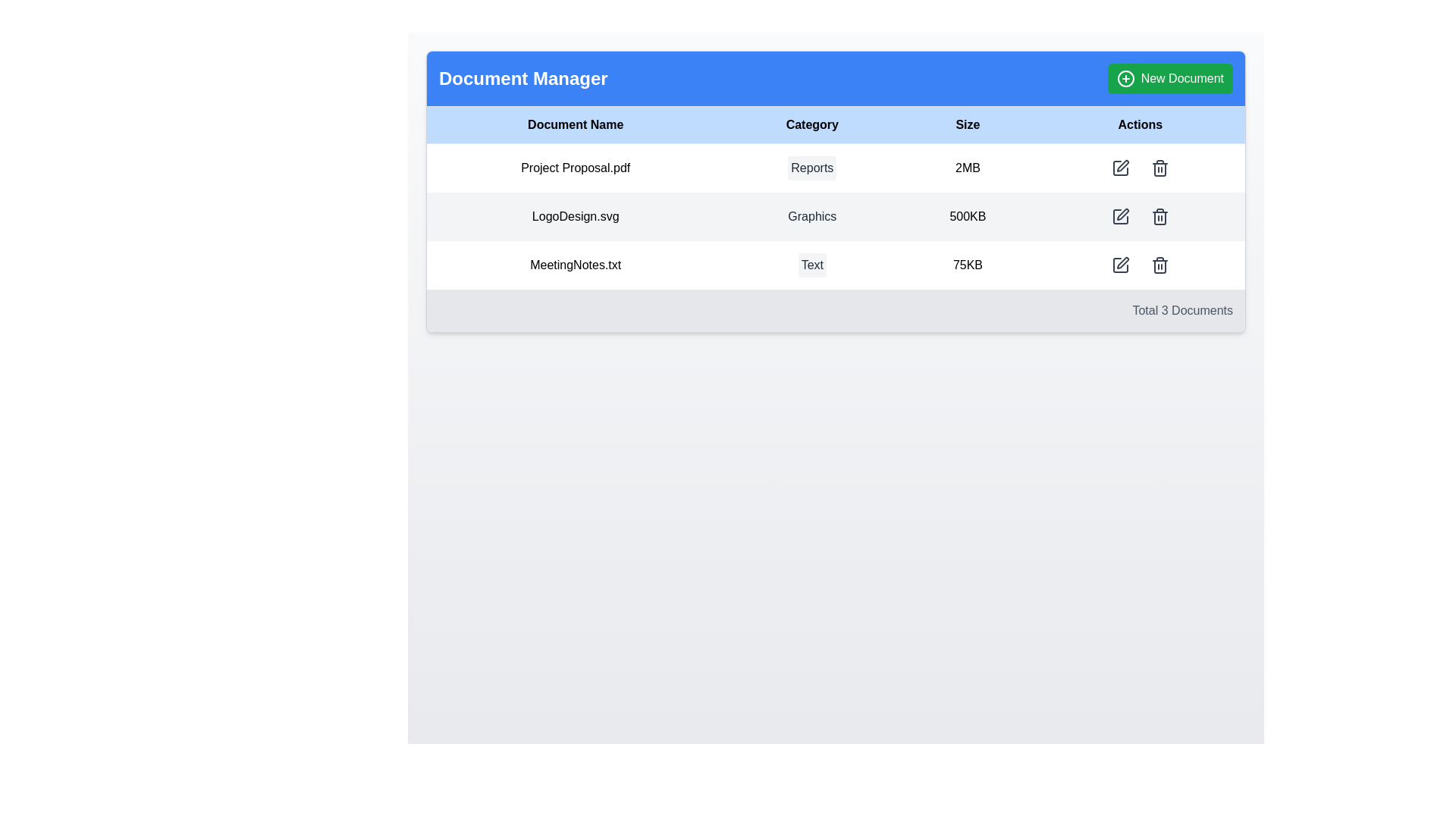 This screenshot has width=1456, height=819. What do you see at coordinates (811, 168) in the screenshot?
I see `the Text Label in the 'Category' column of the first row, which corresponds to the document 'Project Proposal.pdf' in the 'Document Name' column` at bounding box center [811, 168].